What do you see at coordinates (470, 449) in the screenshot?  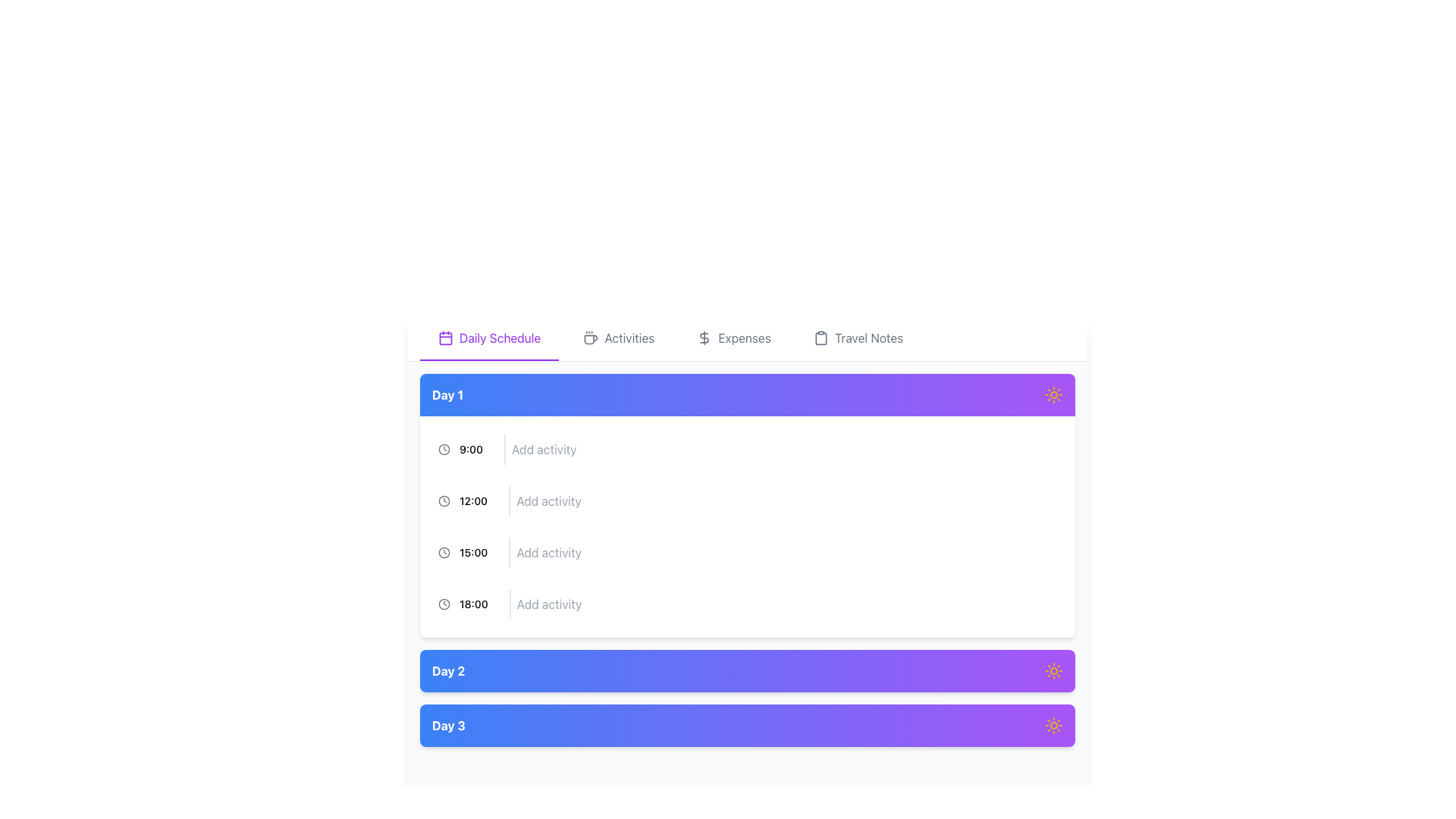 I see `the Text label displaying the time '9:00', which is the first listed time entry in the daily schedule for Day 1` at bounding box center [470, 449].